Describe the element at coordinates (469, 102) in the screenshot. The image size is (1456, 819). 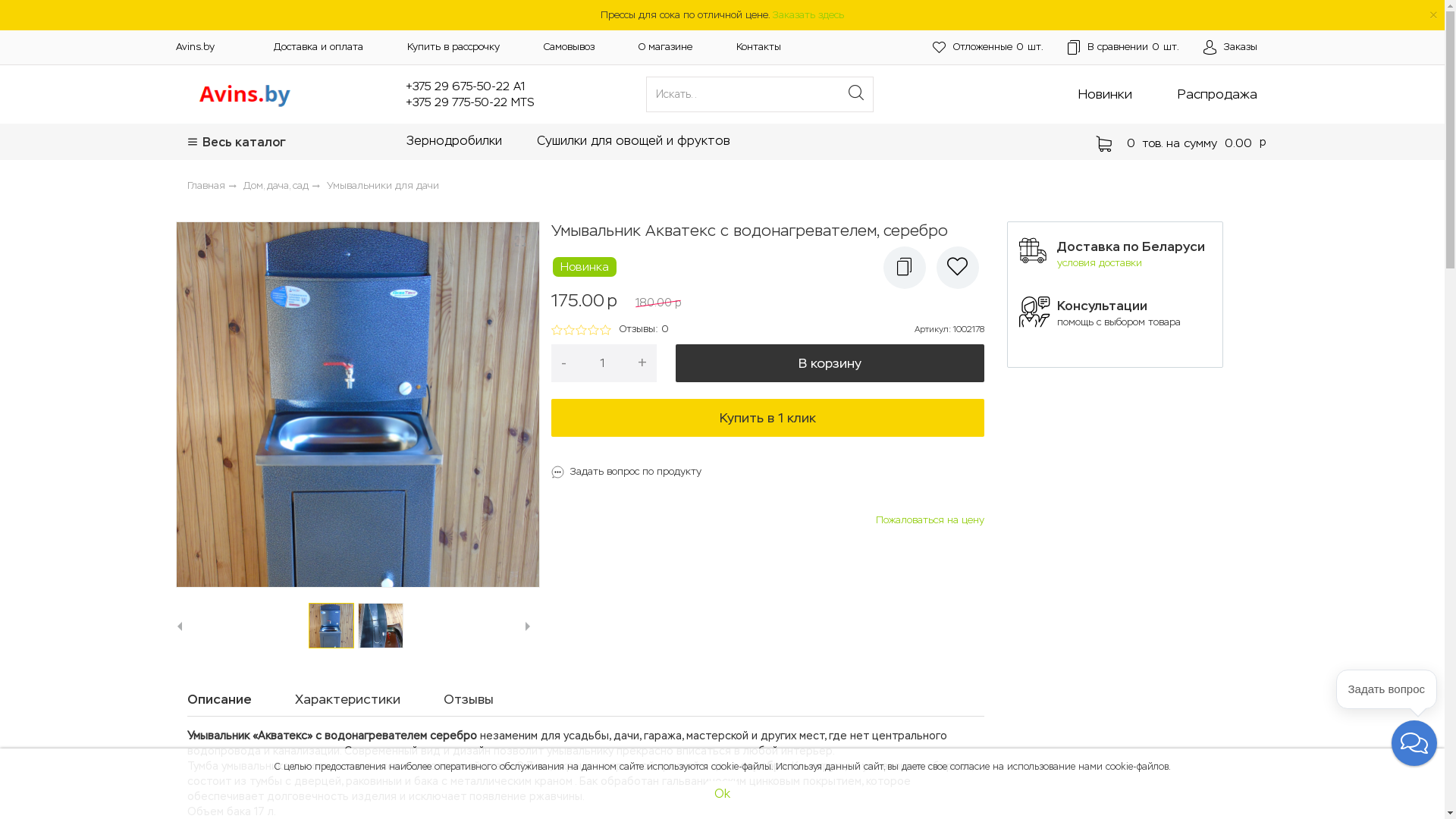
I see `'+375 29 775-50-22 MTS'` at that location.